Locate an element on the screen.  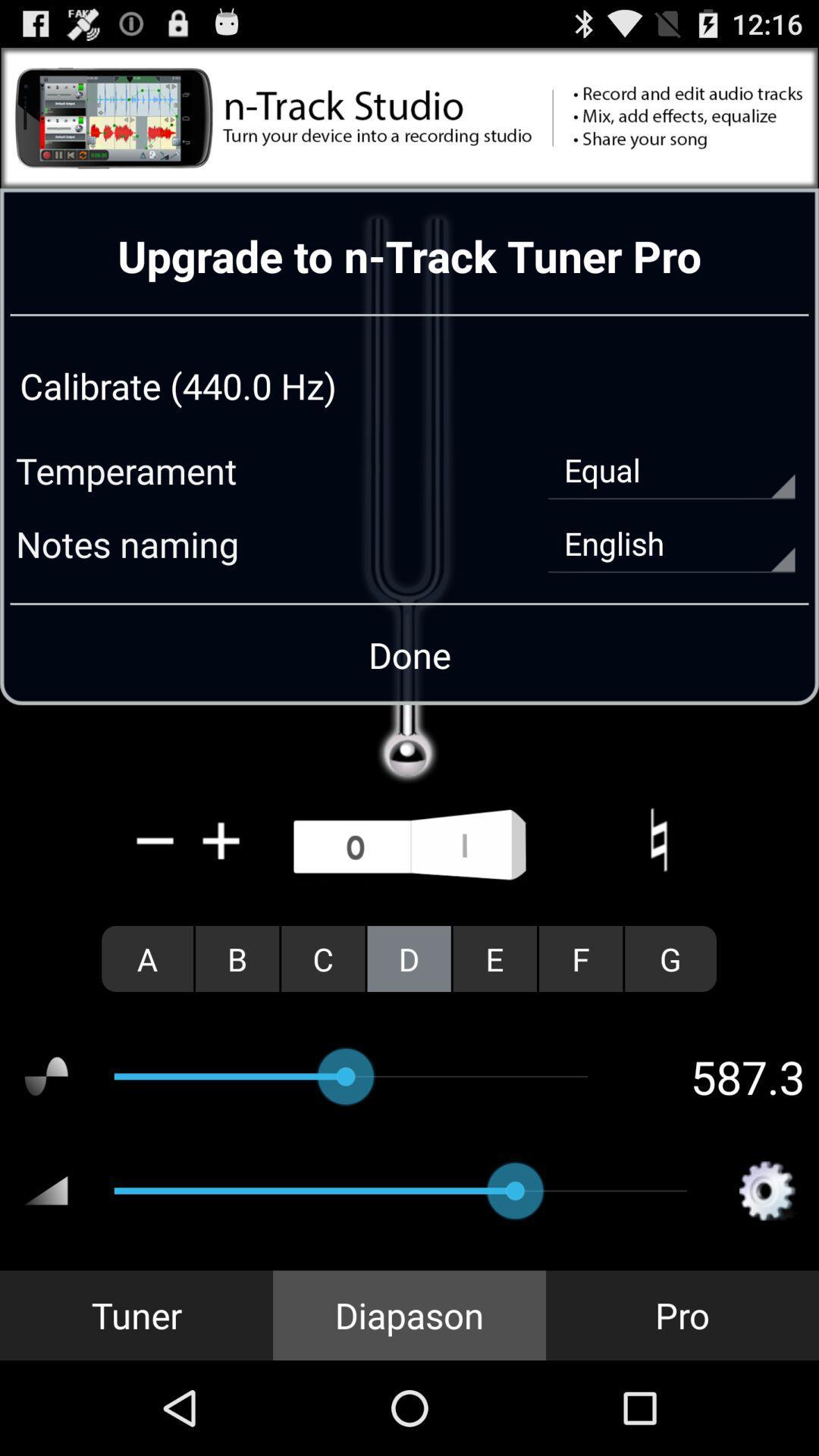
item next to g is located at coordinates (580, 958).